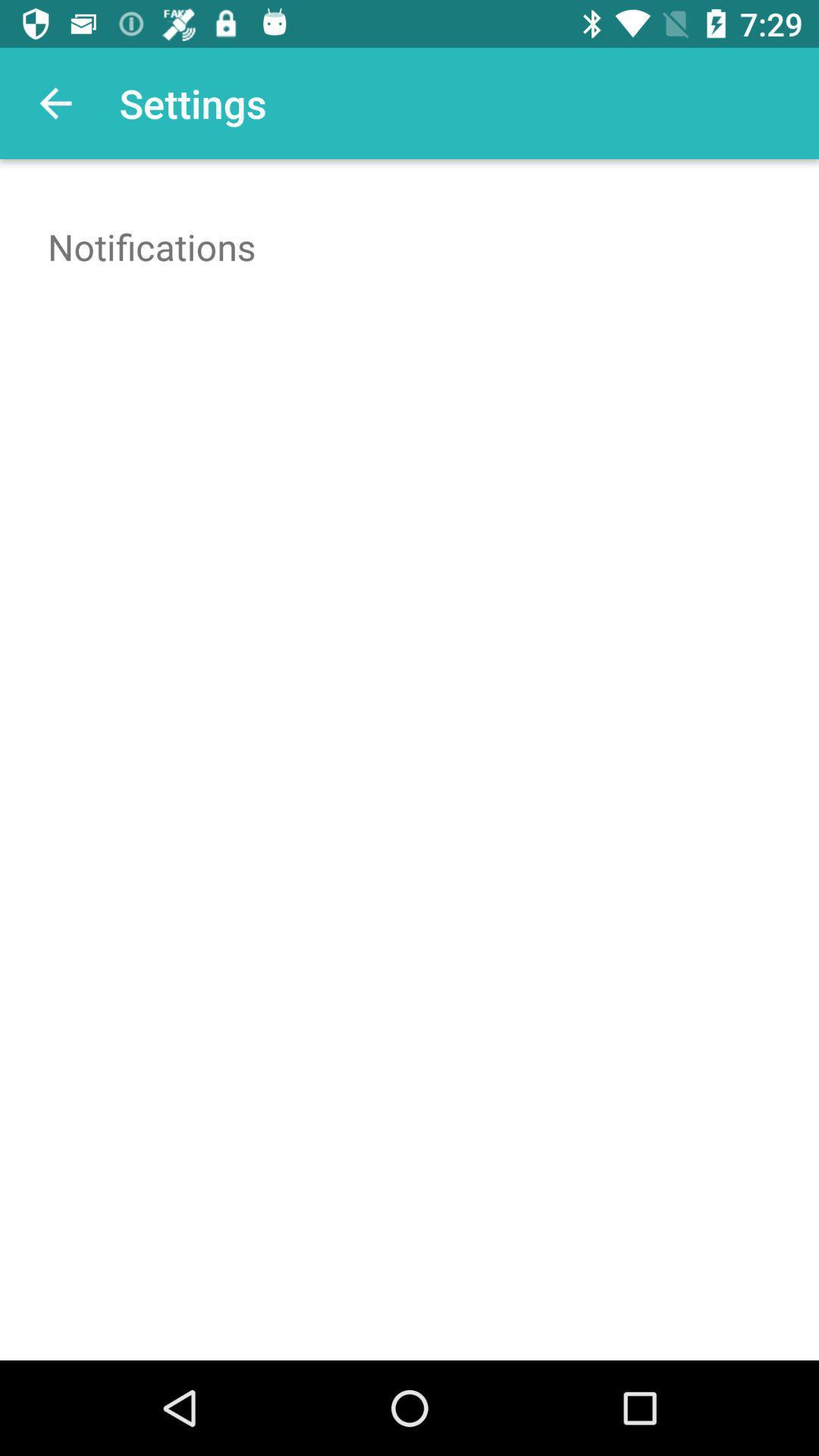 This screenshot has height=1456, width=819. I want to click on the icon to the left of settings item, so click(55, 102).